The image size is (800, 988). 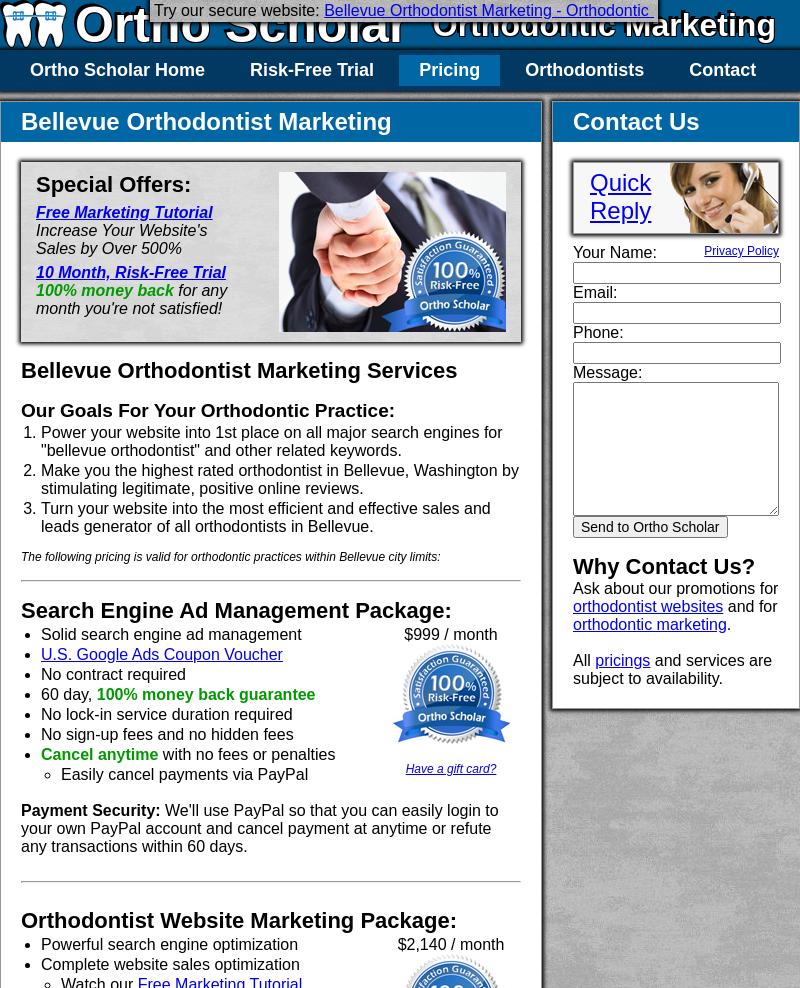 I want to click on 'Your Name:', so click(x=572, y=251).